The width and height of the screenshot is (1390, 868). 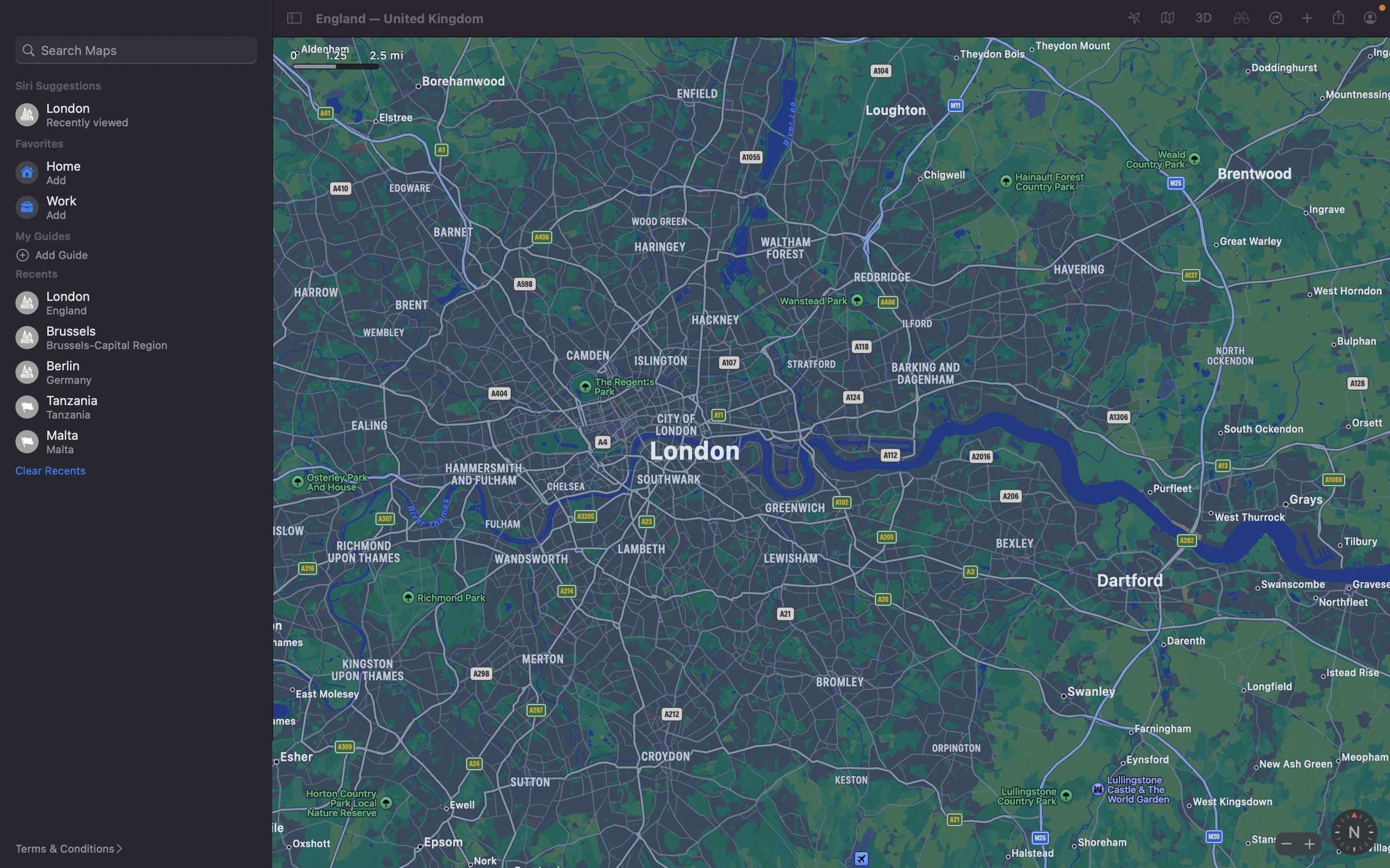 What do you see at coordinates (140, 254) in the screenshot?
I see `Incorporate a new dimension named "bars" to your guide` at bounding box center [140, 254].